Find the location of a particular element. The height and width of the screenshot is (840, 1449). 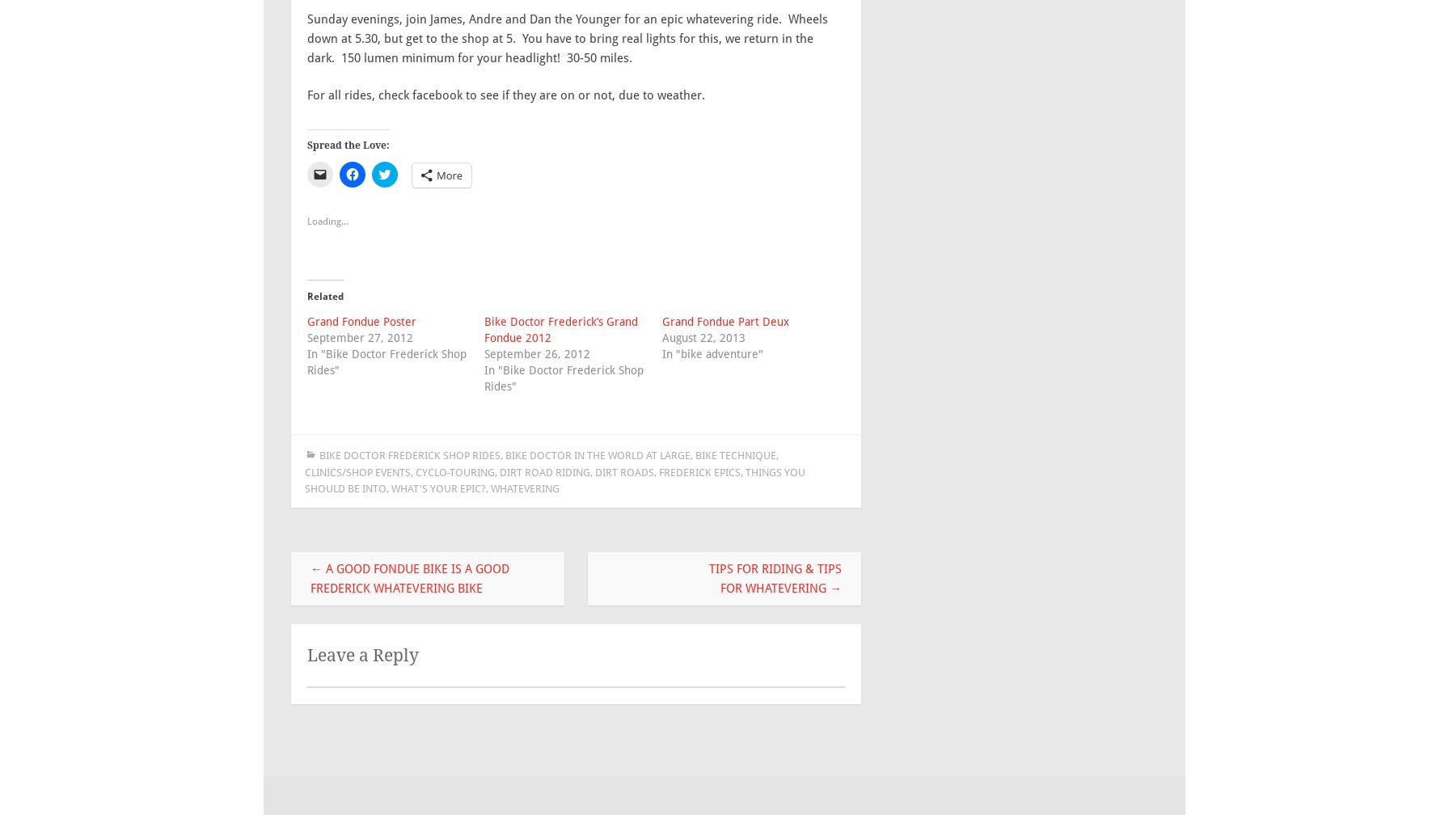

'Bike Doctor Frederick Shop Rides' is located at coordinates (409, 455).